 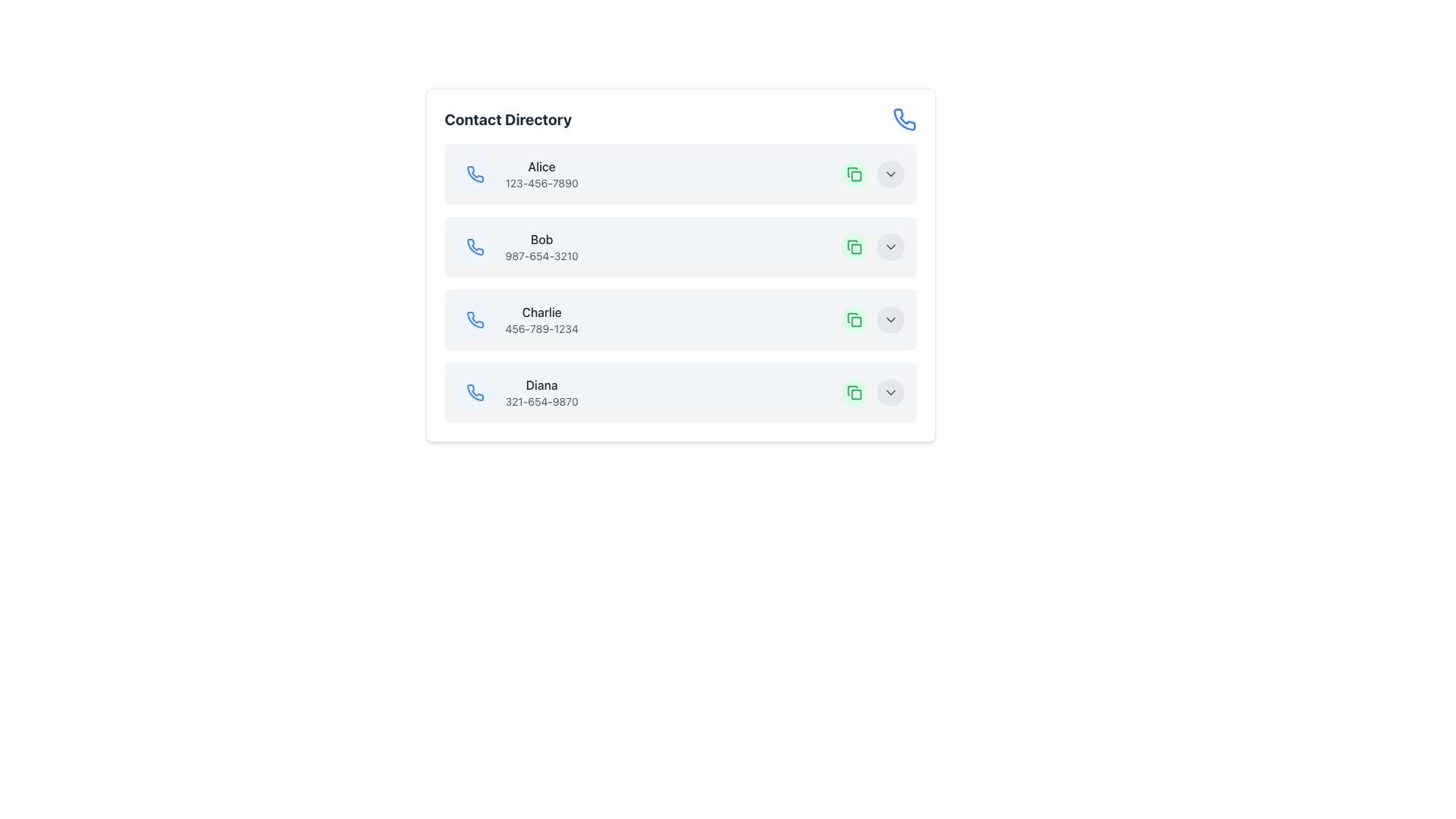 I want to click on the copy icon button located in the action column for the contact named 'Bob', so click(x=854, y=174).